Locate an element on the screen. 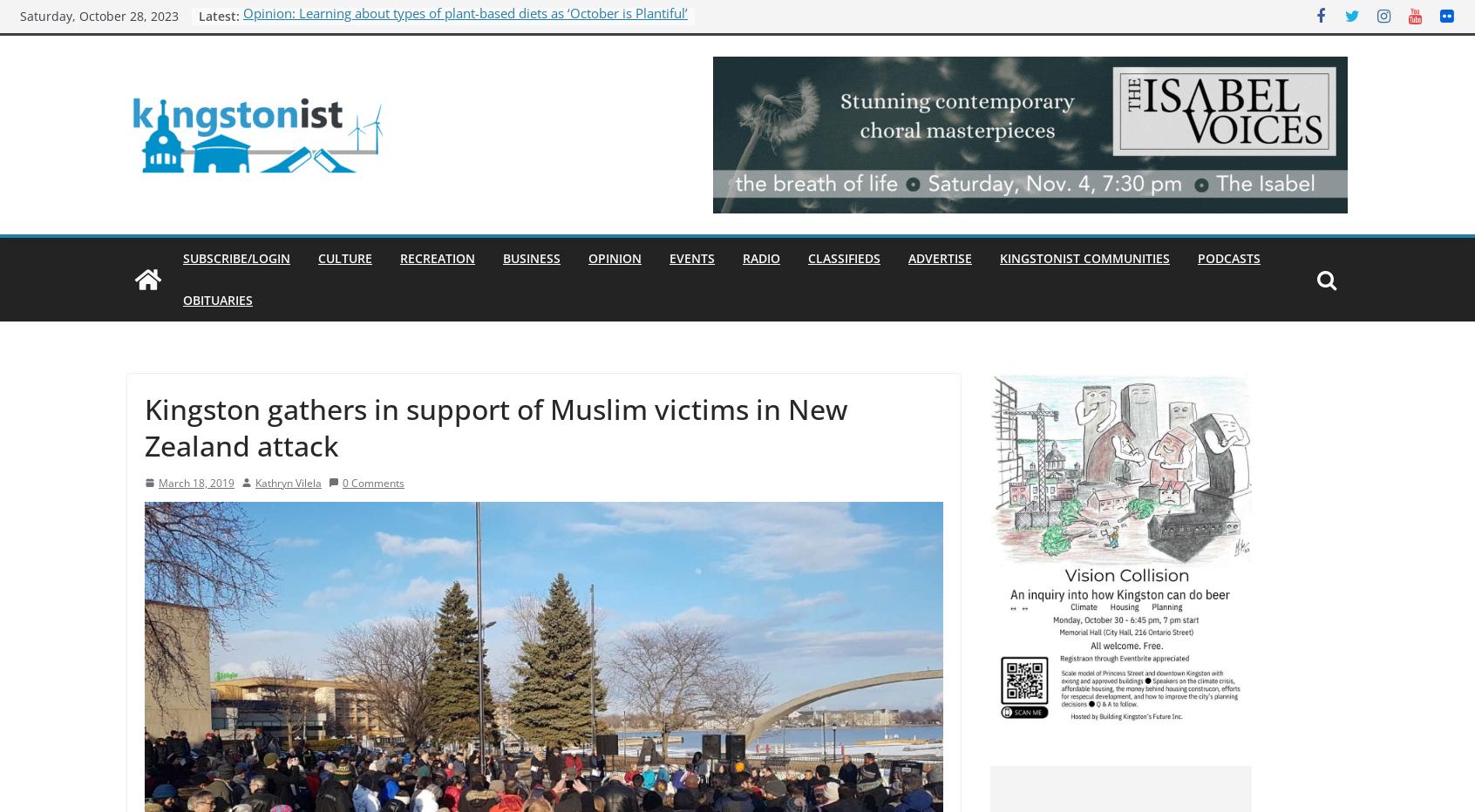 The image size is (1475, 812). 'Podcasts' is located at coordinates (1228, 258).